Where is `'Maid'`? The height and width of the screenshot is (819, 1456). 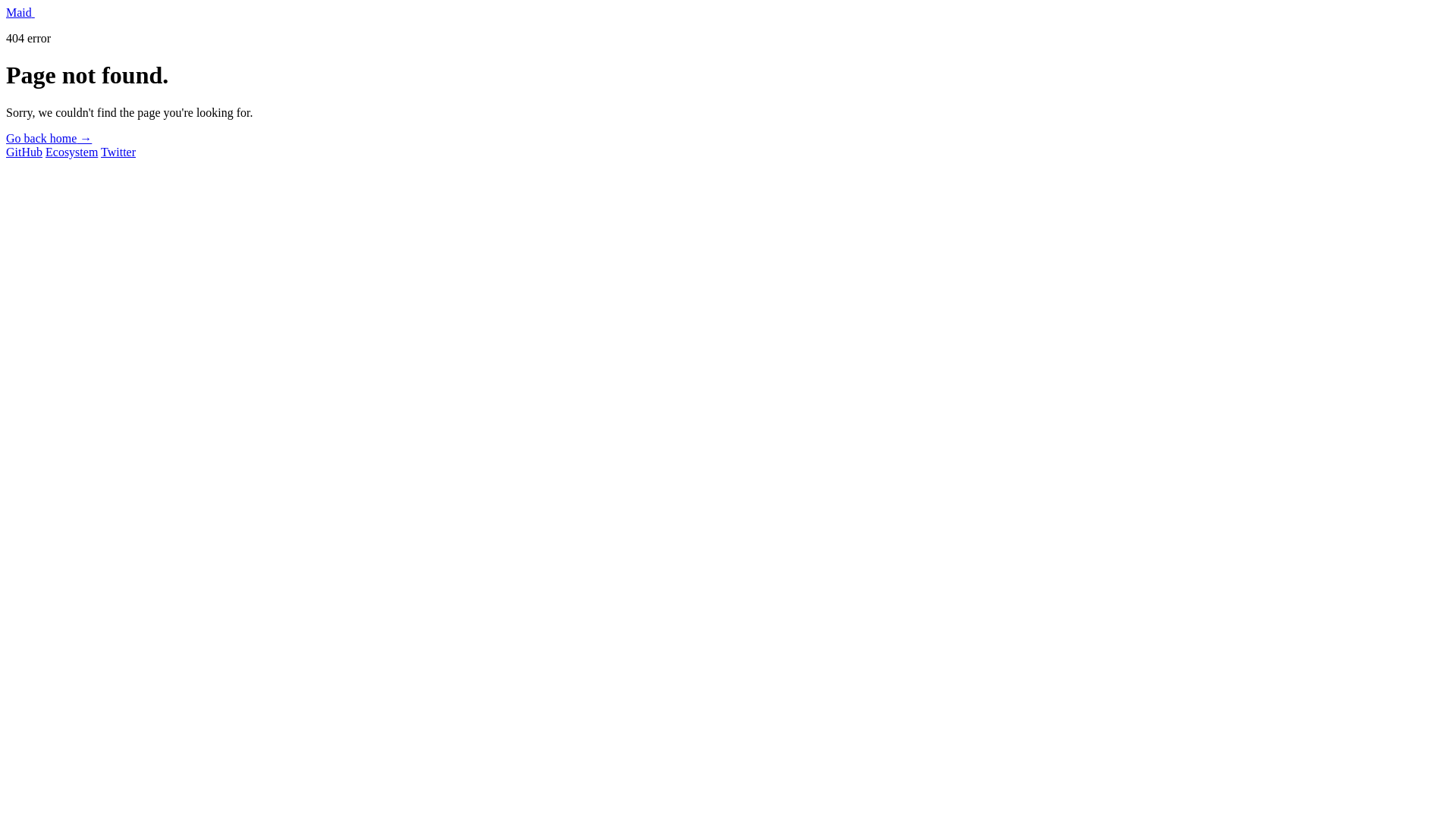
'Maid' is located at coordinates (20, 12).